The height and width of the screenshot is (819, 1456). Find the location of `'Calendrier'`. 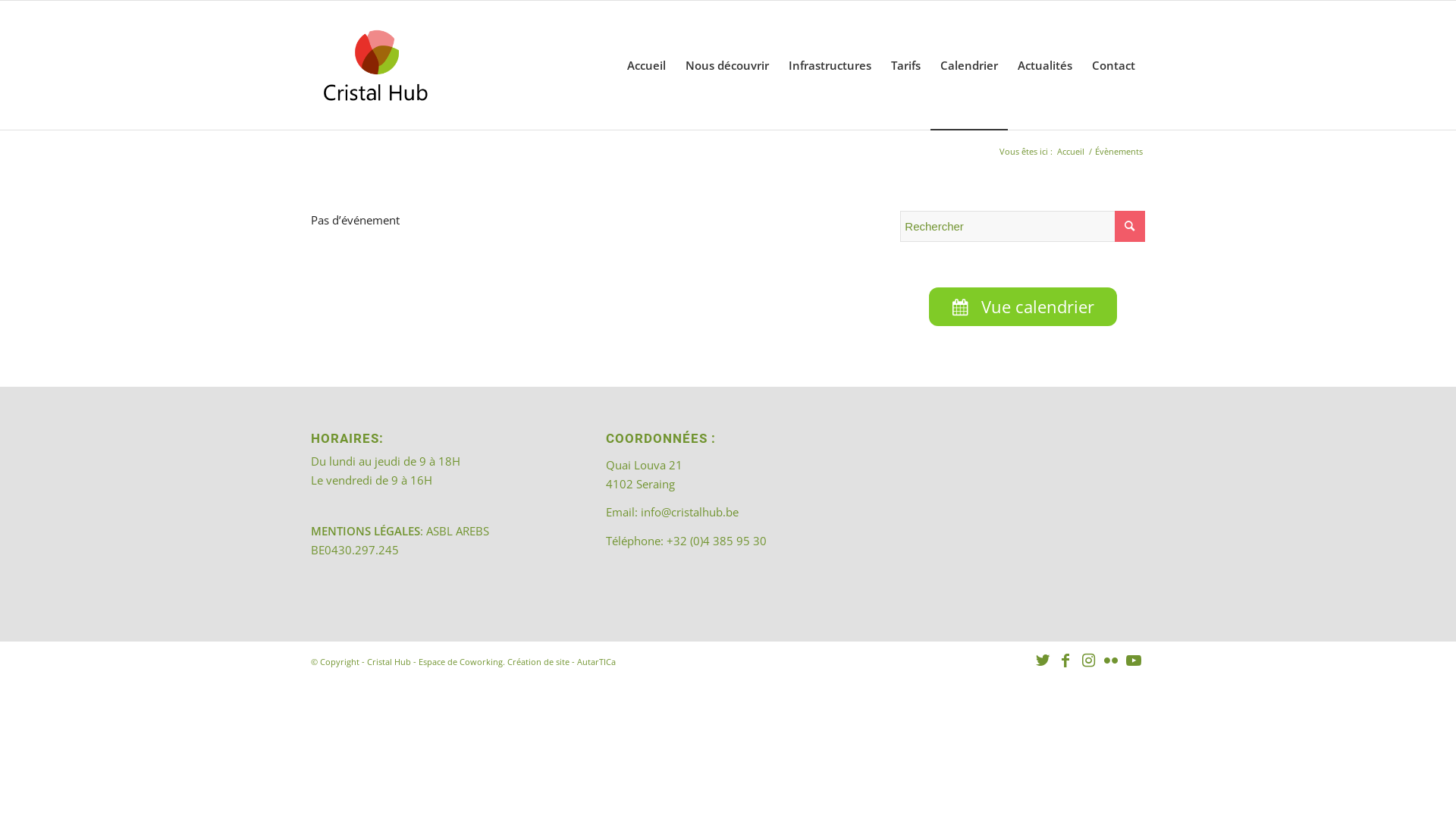

'Calendrier' is located at coordinates (968, 64).